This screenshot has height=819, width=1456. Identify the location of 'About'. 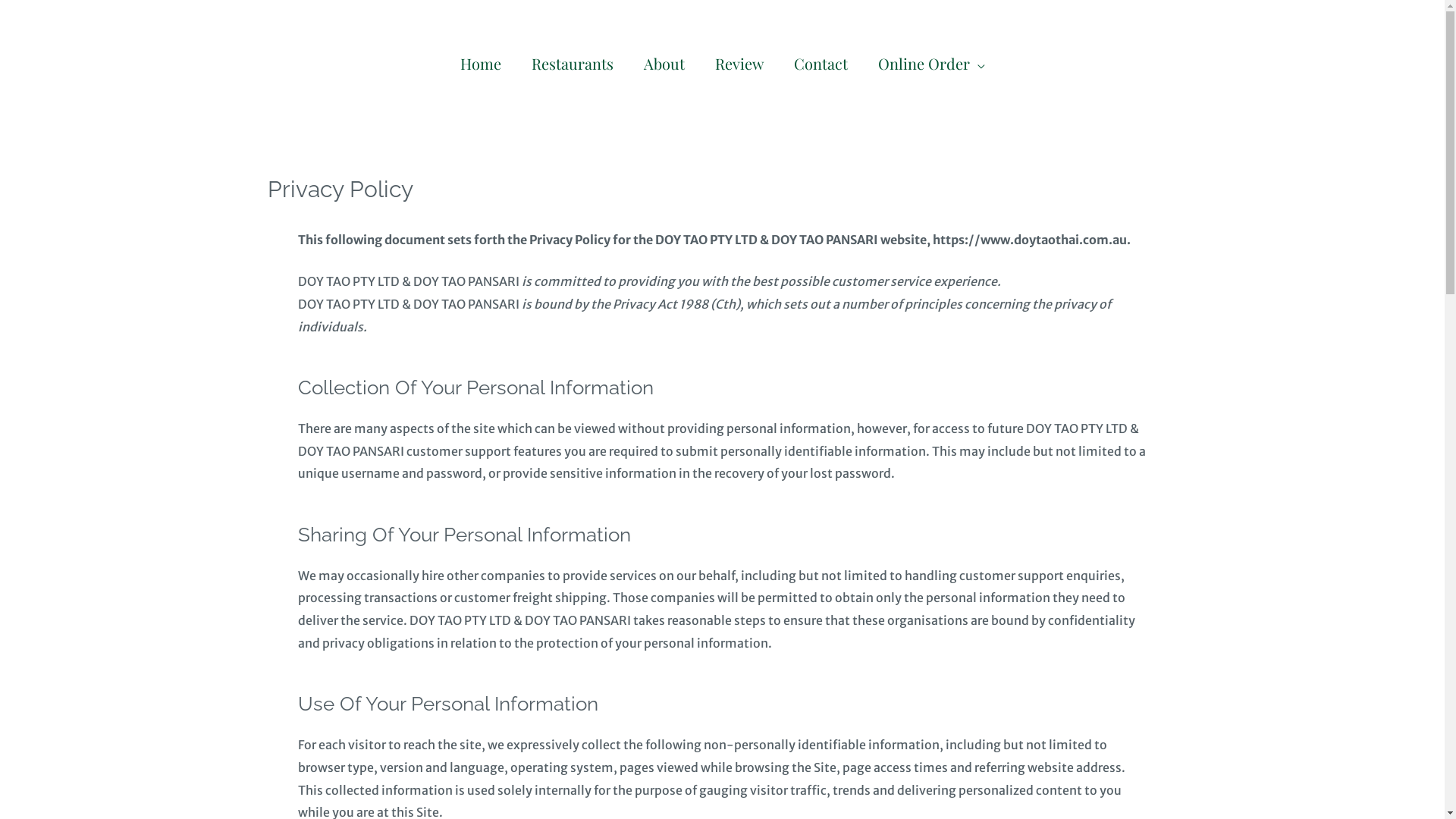
(663, 61).